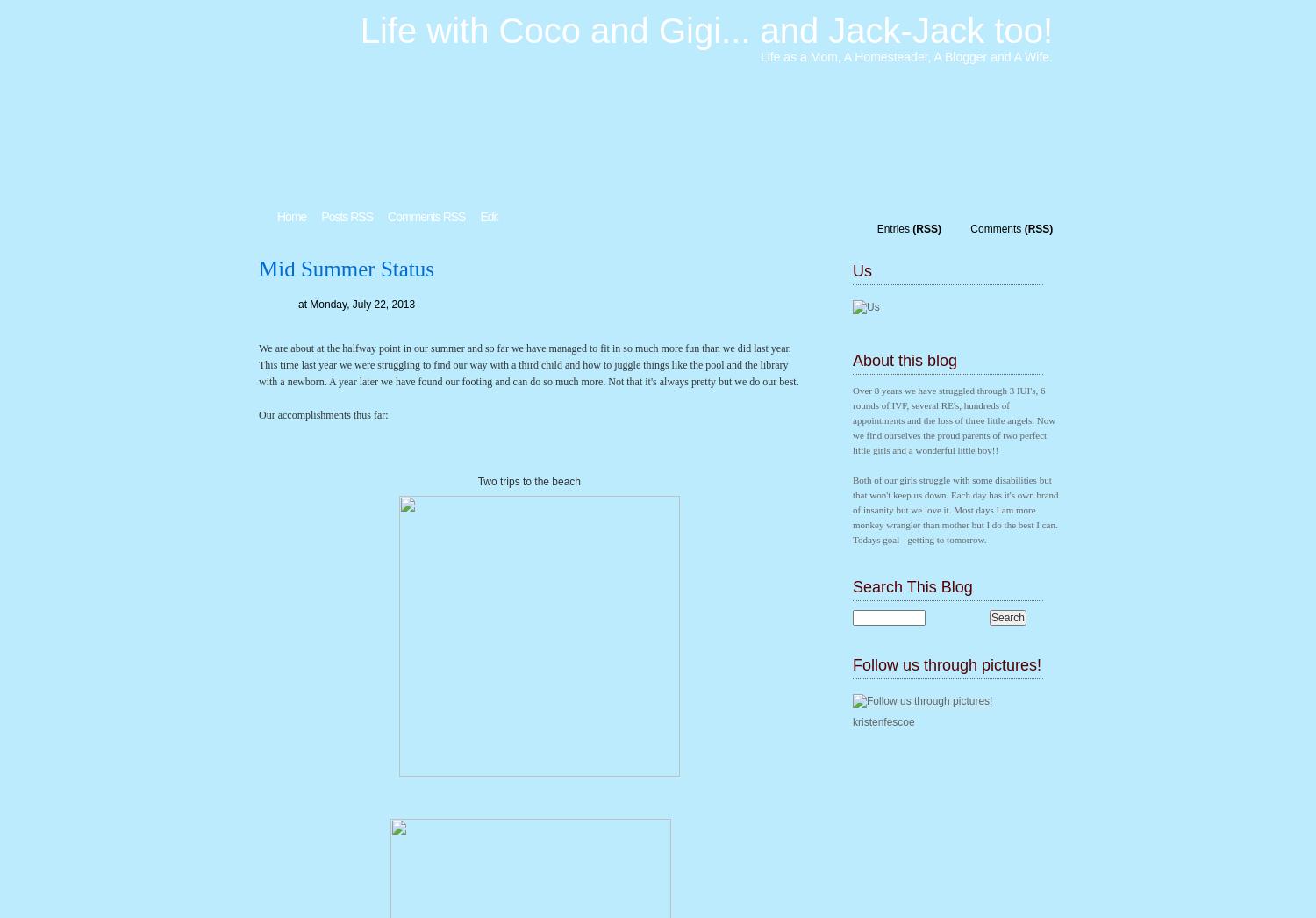  What do you see at coordinates (529, 481) in the screenshot?
I see `'Two trips to the beach'` at bounding box center [529, 481].